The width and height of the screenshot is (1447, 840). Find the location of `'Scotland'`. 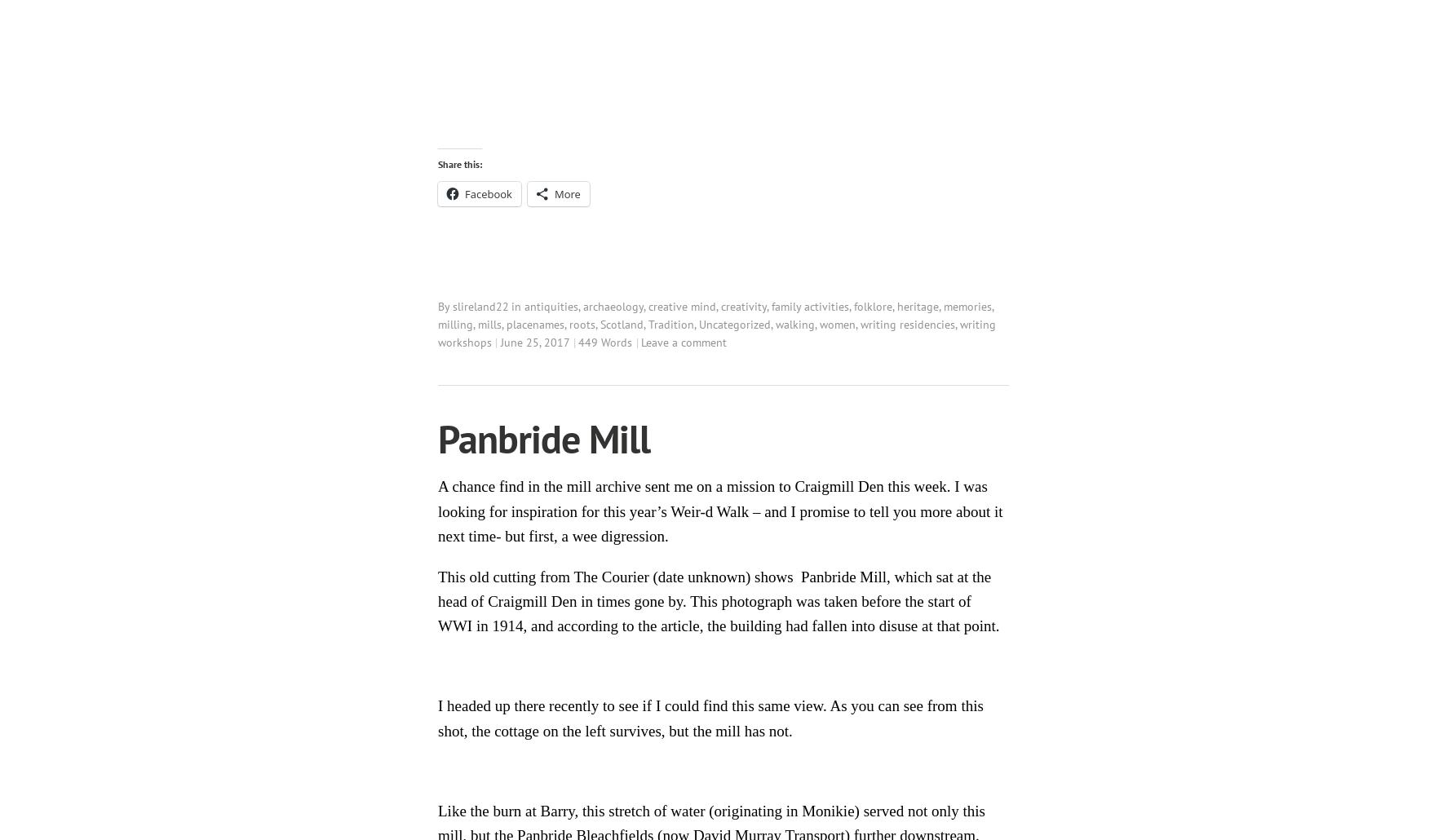

'Scotland' is located at coordinates (621, 324).